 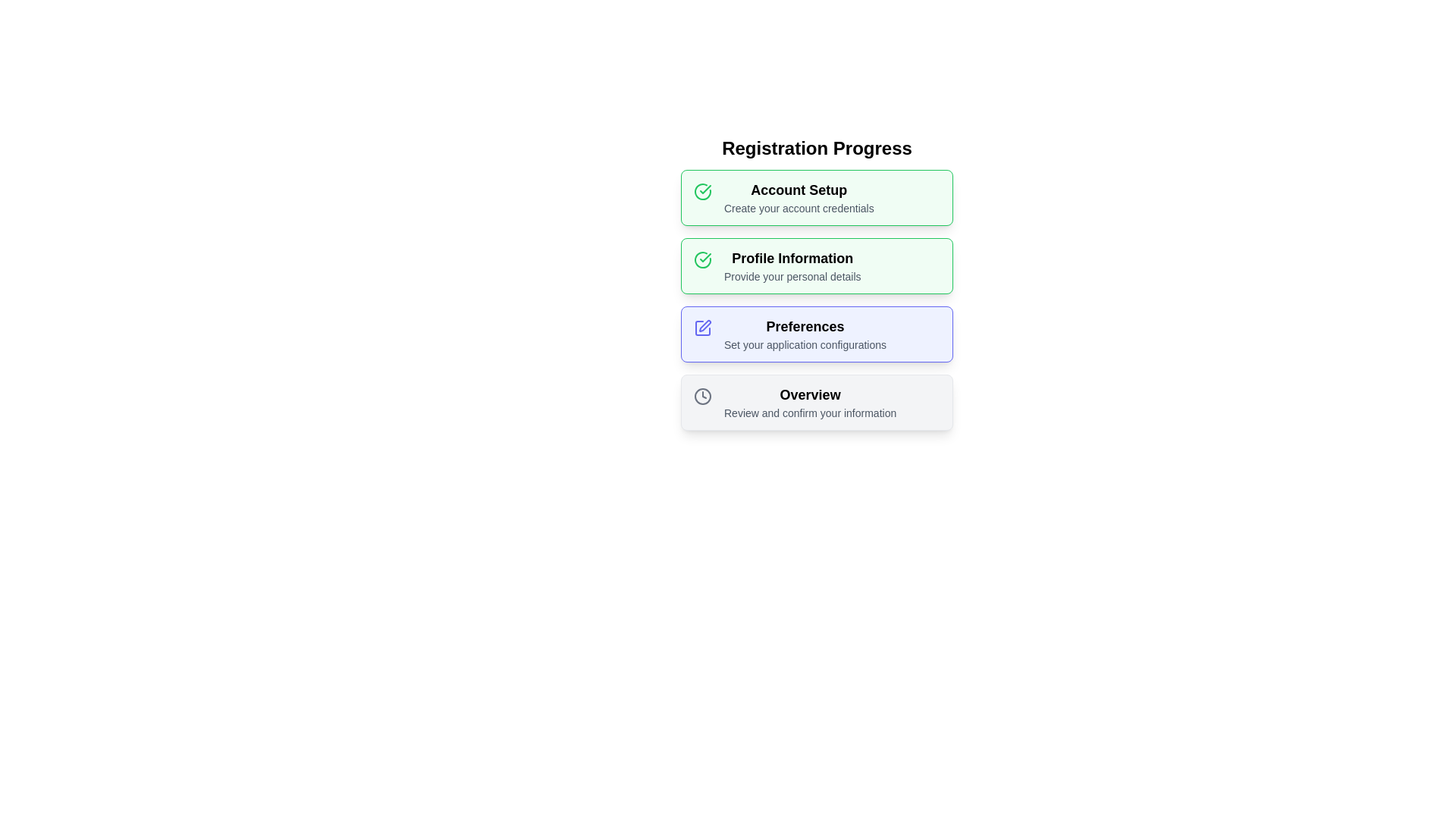 I want to click on the customization button located to the left of the 'Preferences' text, so click(x=701, y=327).